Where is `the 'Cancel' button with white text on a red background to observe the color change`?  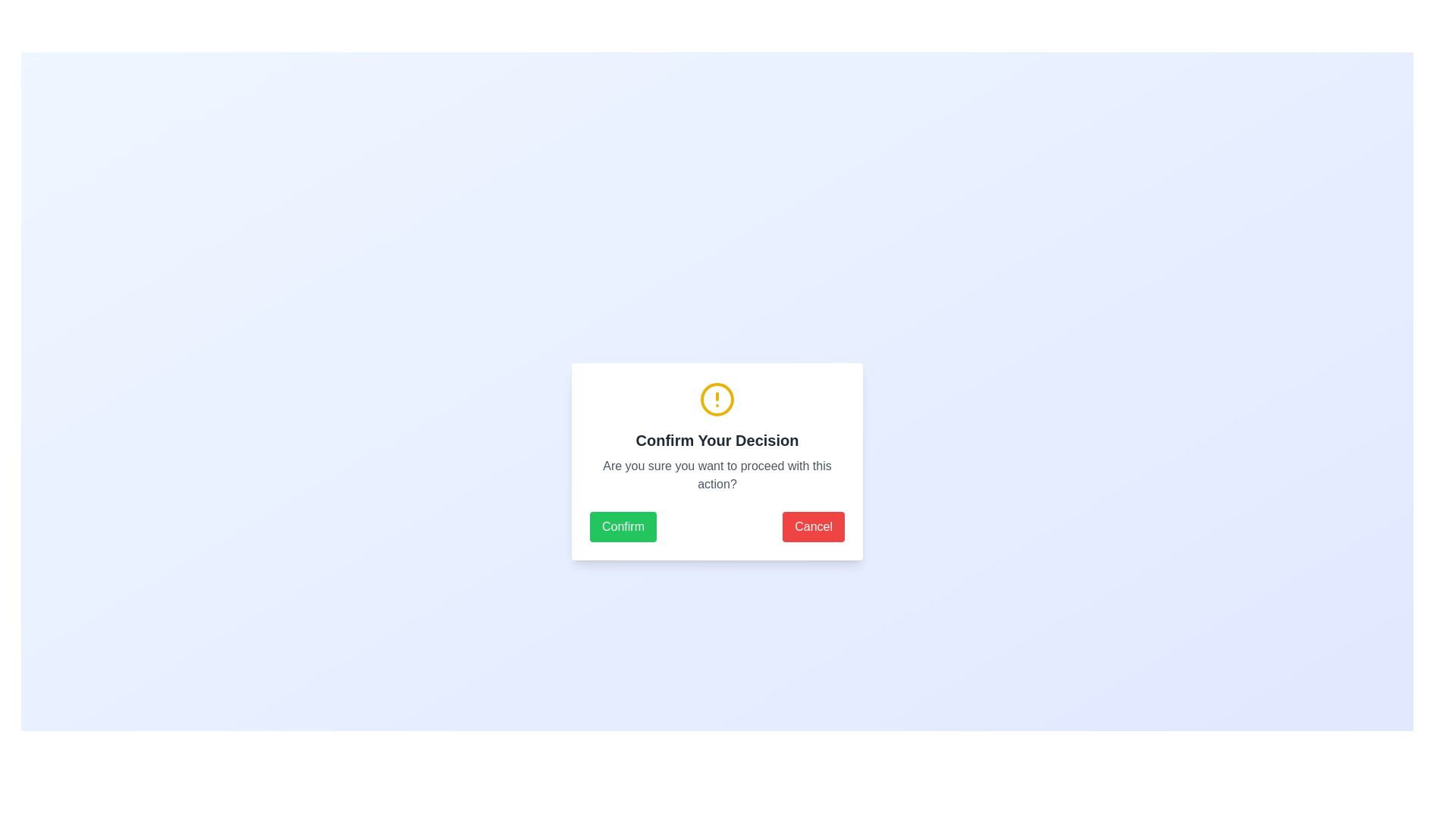 the 'Cancel' button with white text on a red background to observe the color change is located at coordinates (813, 526).